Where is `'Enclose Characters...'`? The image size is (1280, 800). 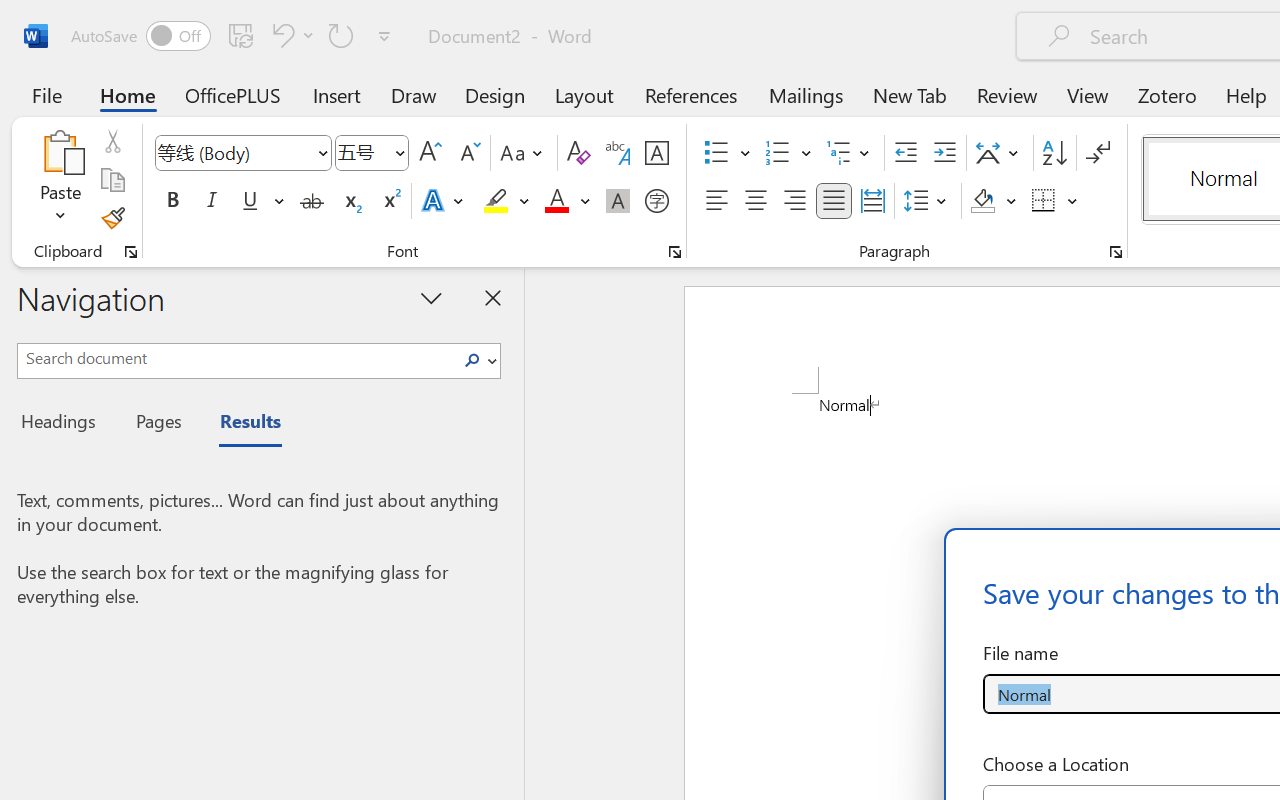 'Enclose Characters...' is located at coordinates (656, 201).